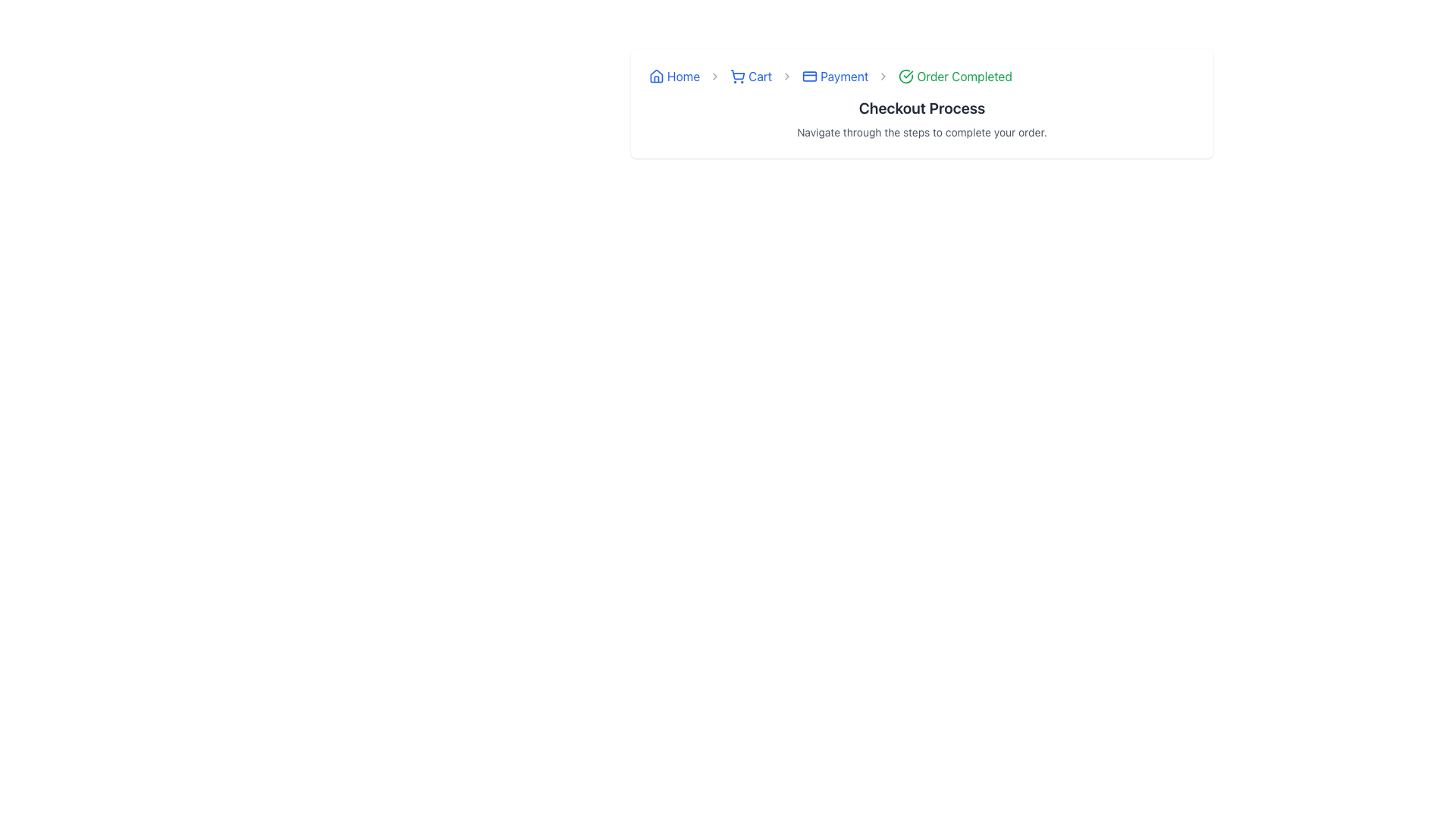 This screenshot has width=1456, height=819. Describe the element at coordinates (673, 76) in the screenshot. I see `the 'Home' navigational link, which is styled in blue and features a house icon on its left` at that location.